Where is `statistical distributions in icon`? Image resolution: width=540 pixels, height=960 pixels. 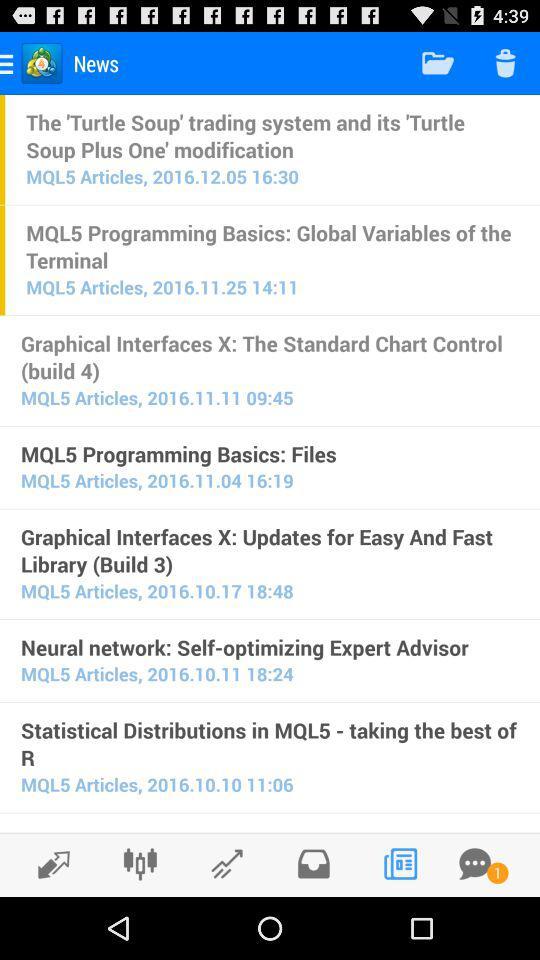
statistical distributions in icon is located at coordinates (270, 743).